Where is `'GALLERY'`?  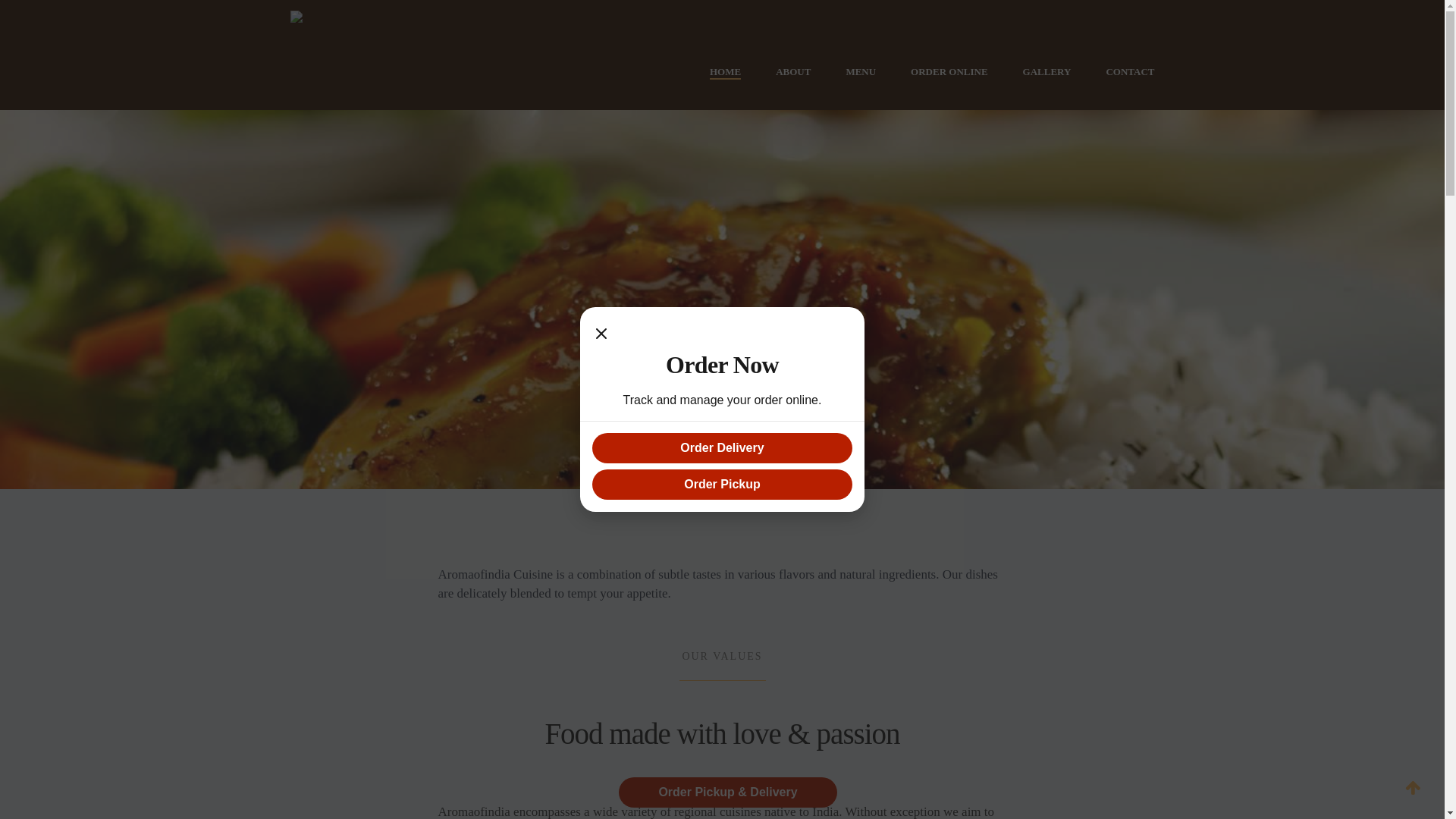 'GALLERY' is located at coordinates (1046, 72).